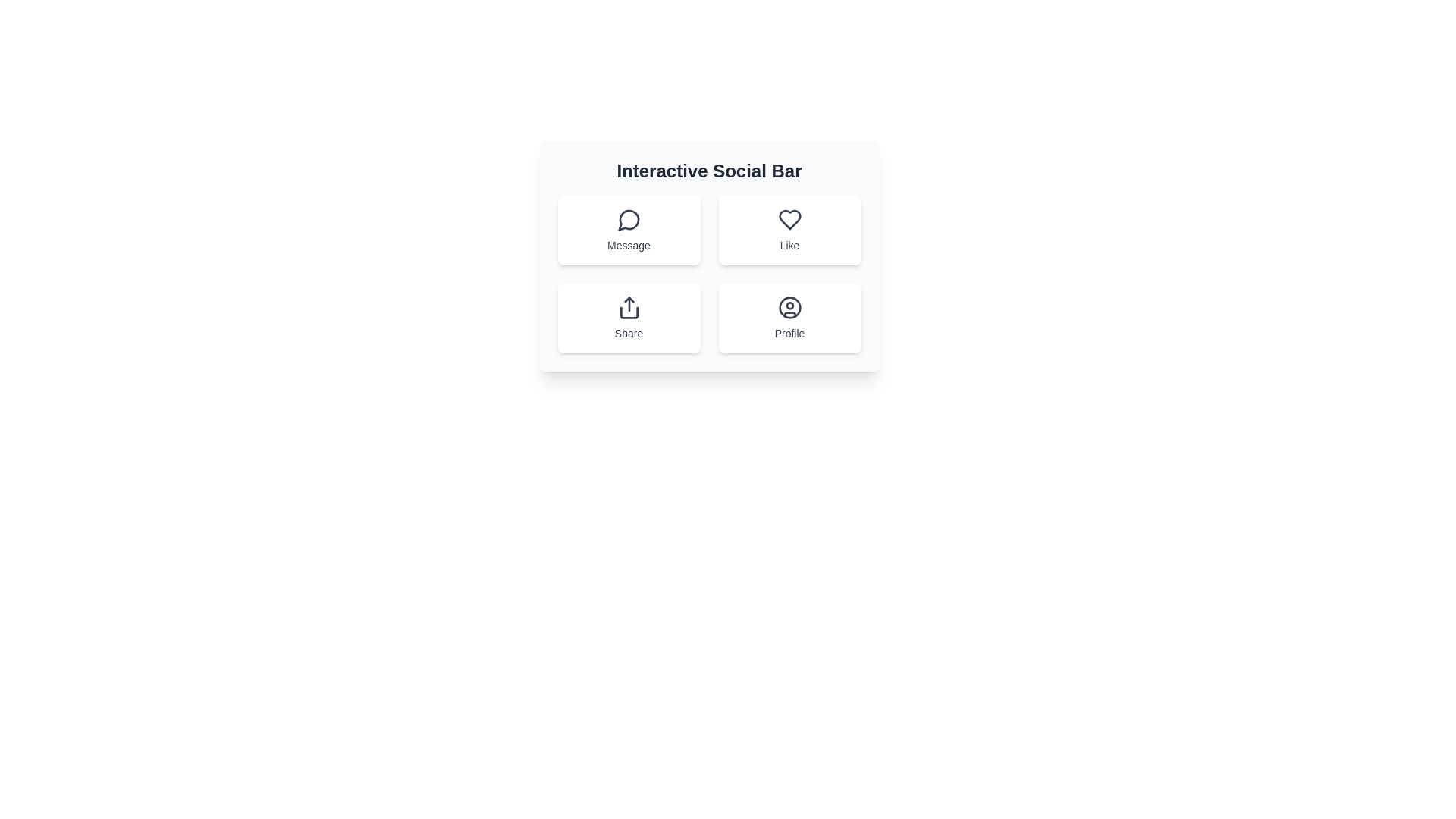  I want to click on the 'Share' icon located in the lower-left quadrant of the 'Interactive Social Bar' panel, so click(629, 307).